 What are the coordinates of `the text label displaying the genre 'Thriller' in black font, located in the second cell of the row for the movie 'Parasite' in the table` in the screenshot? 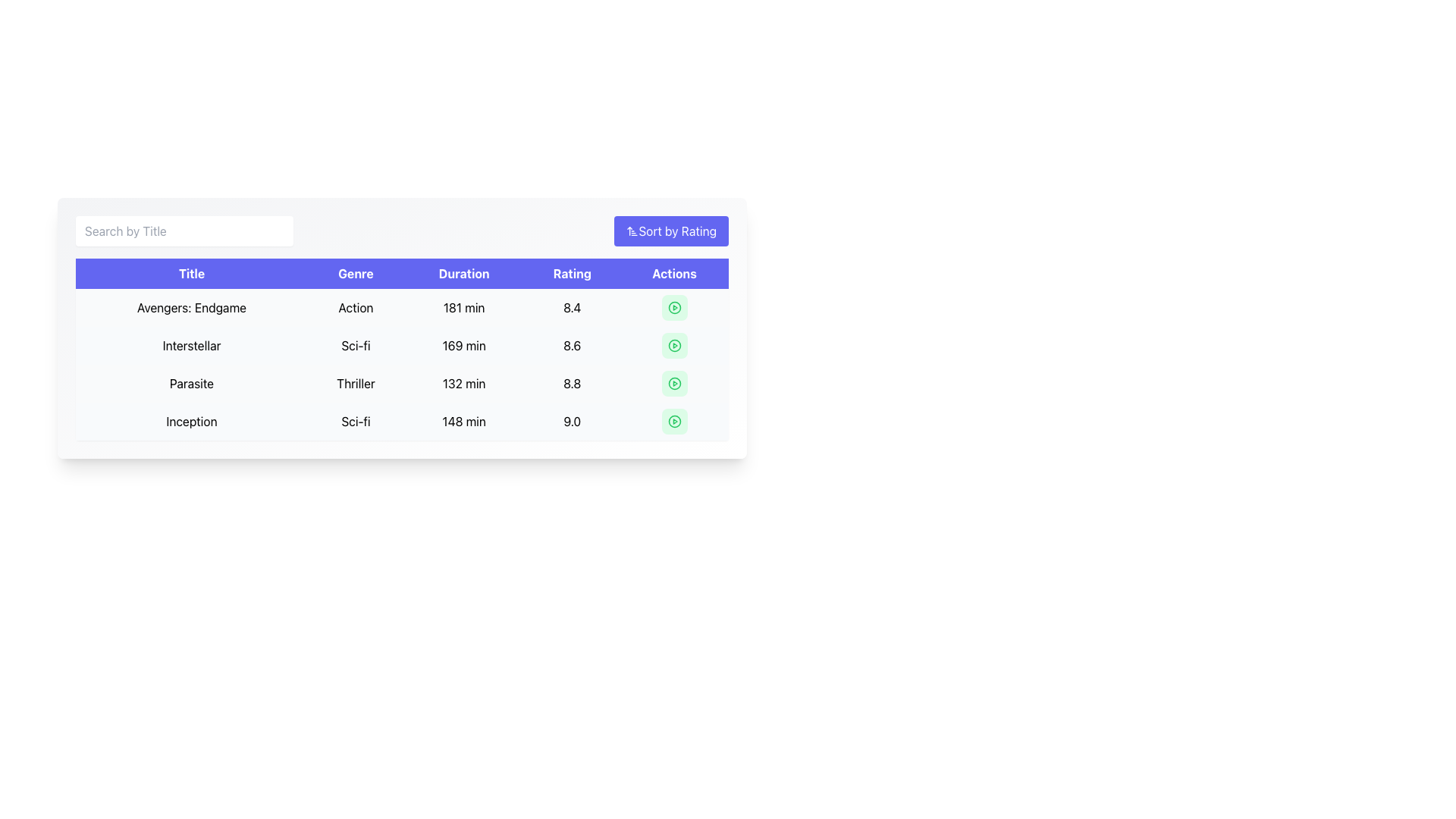 It's located at (355, 382).